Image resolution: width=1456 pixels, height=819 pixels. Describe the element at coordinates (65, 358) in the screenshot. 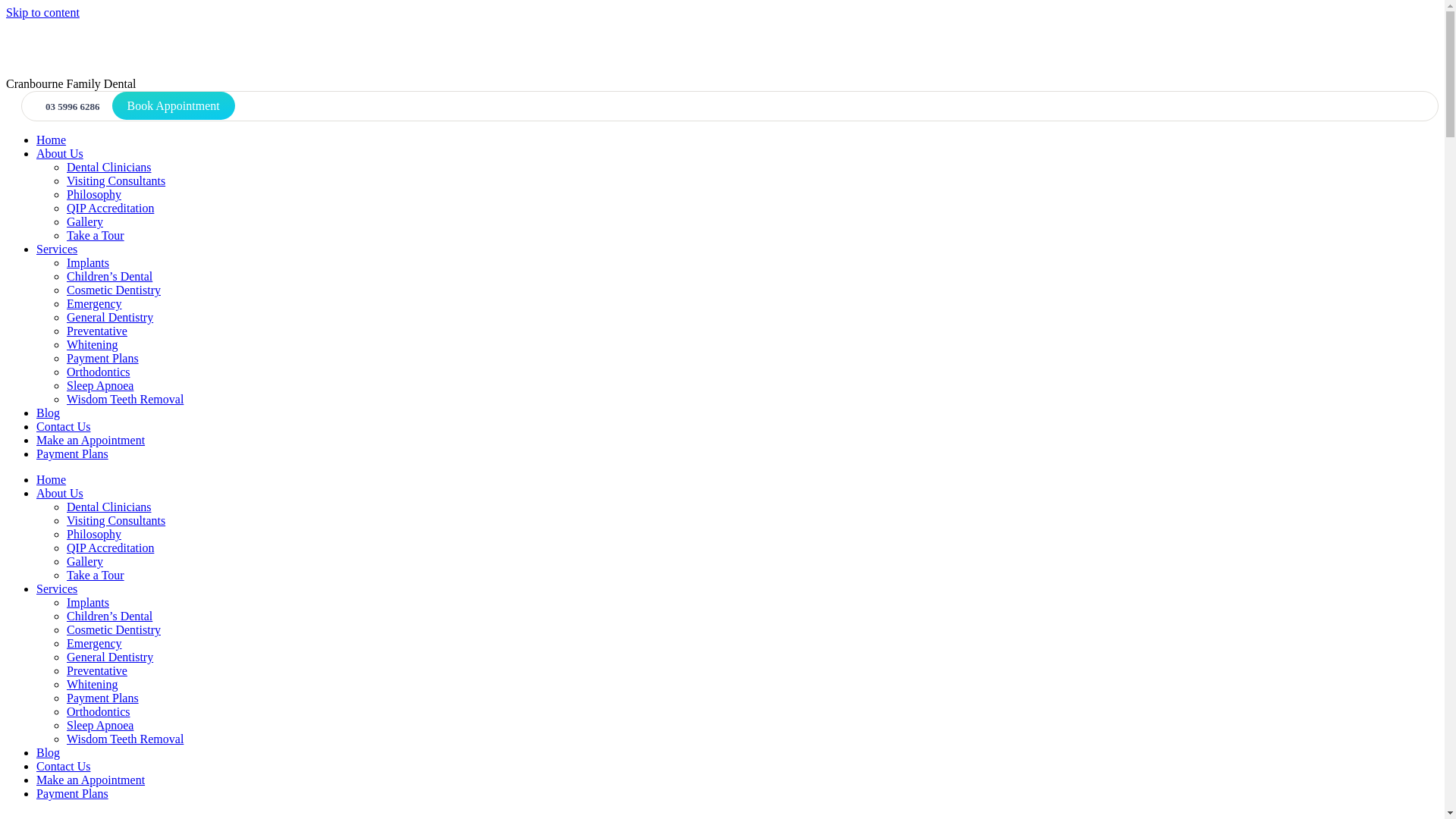

I see `'Payment Plans'` at that location.